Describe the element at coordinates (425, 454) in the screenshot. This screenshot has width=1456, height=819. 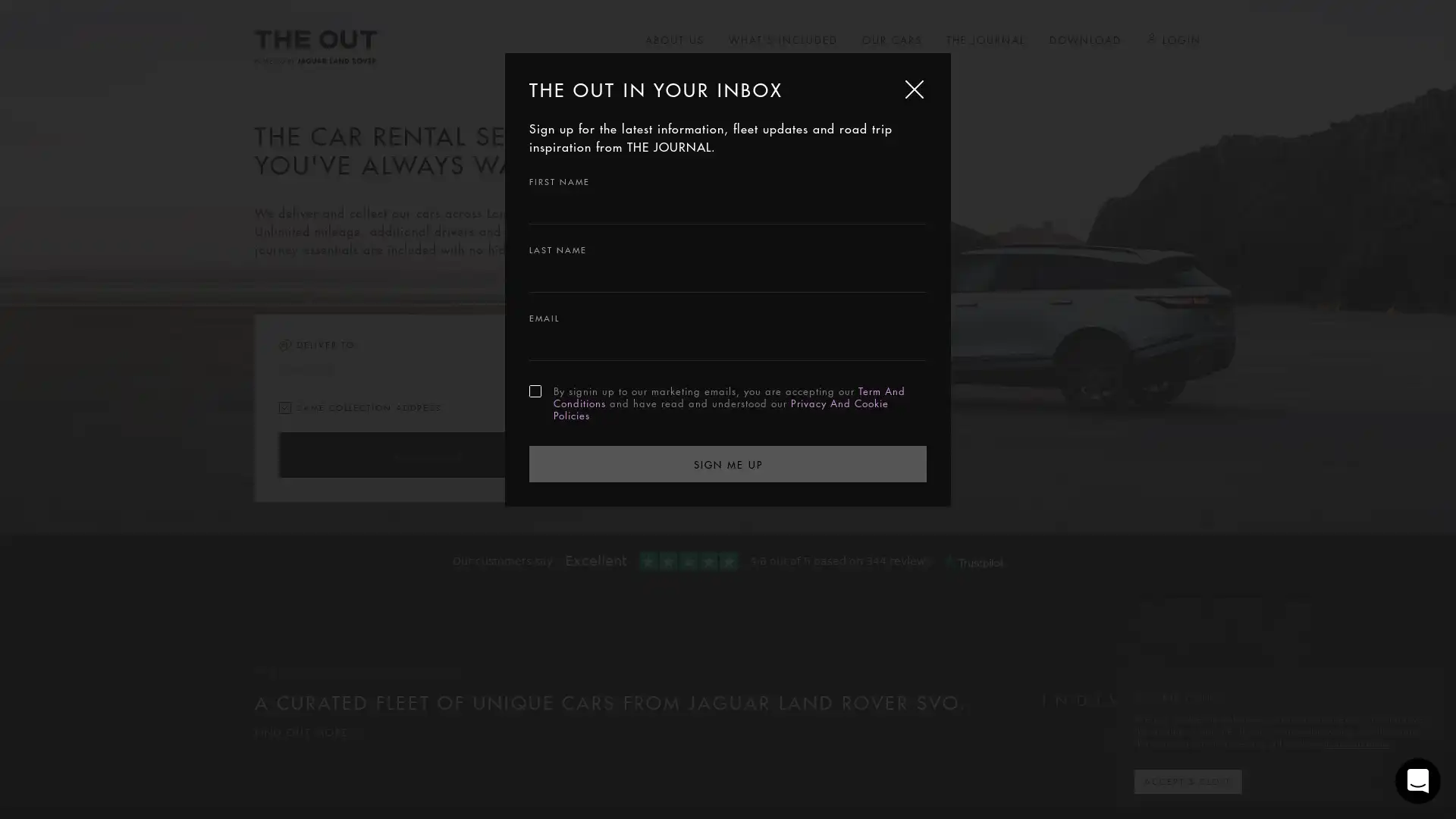
I see `CHOOSE CAR` at that location.